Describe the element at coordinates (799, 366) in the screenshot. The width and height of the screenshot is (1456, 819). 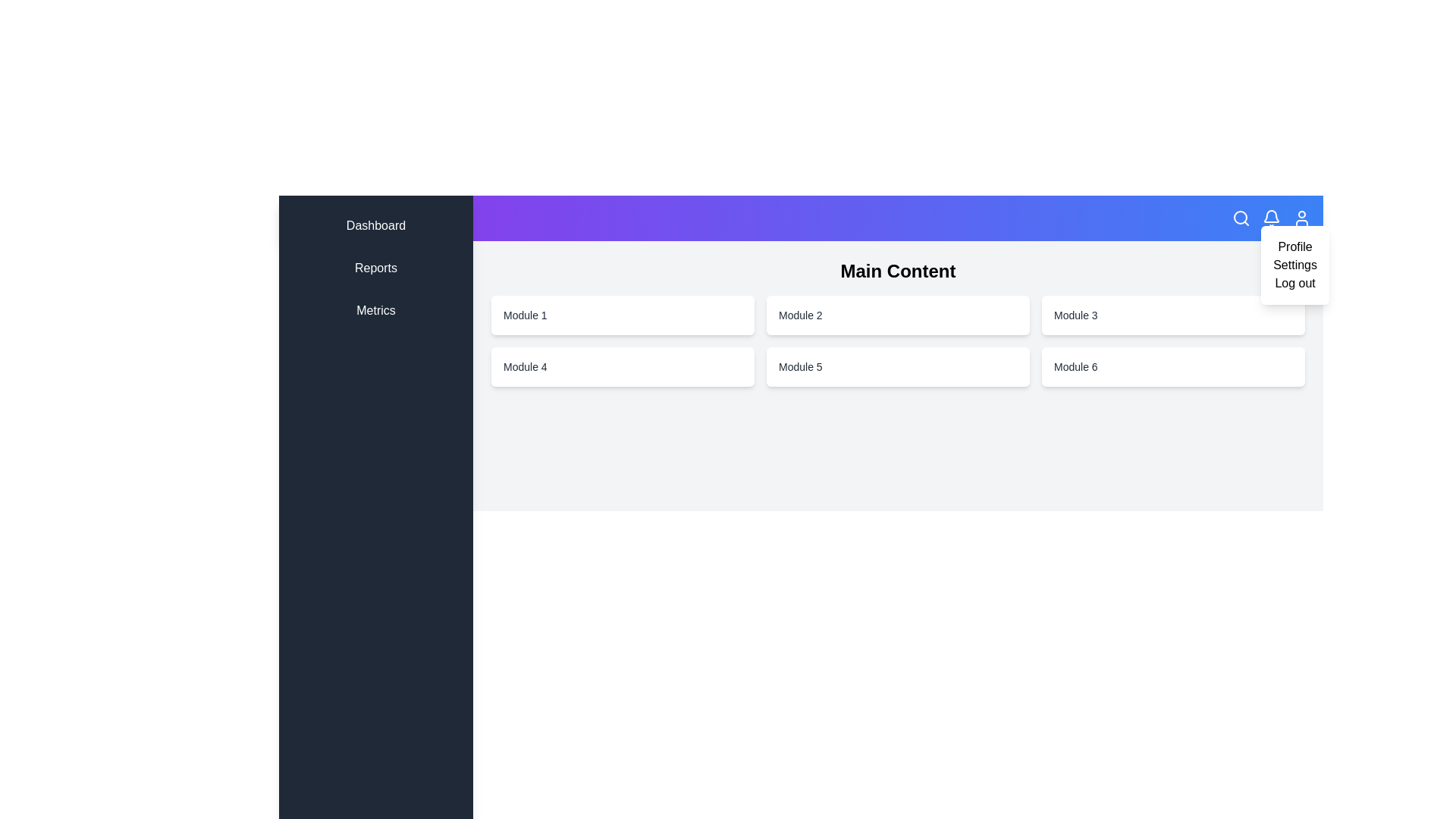
I see `the text label that identifies the associated module within the system, located in the bottom-left of a rectangular card in the second row of the grid layout` at that location.